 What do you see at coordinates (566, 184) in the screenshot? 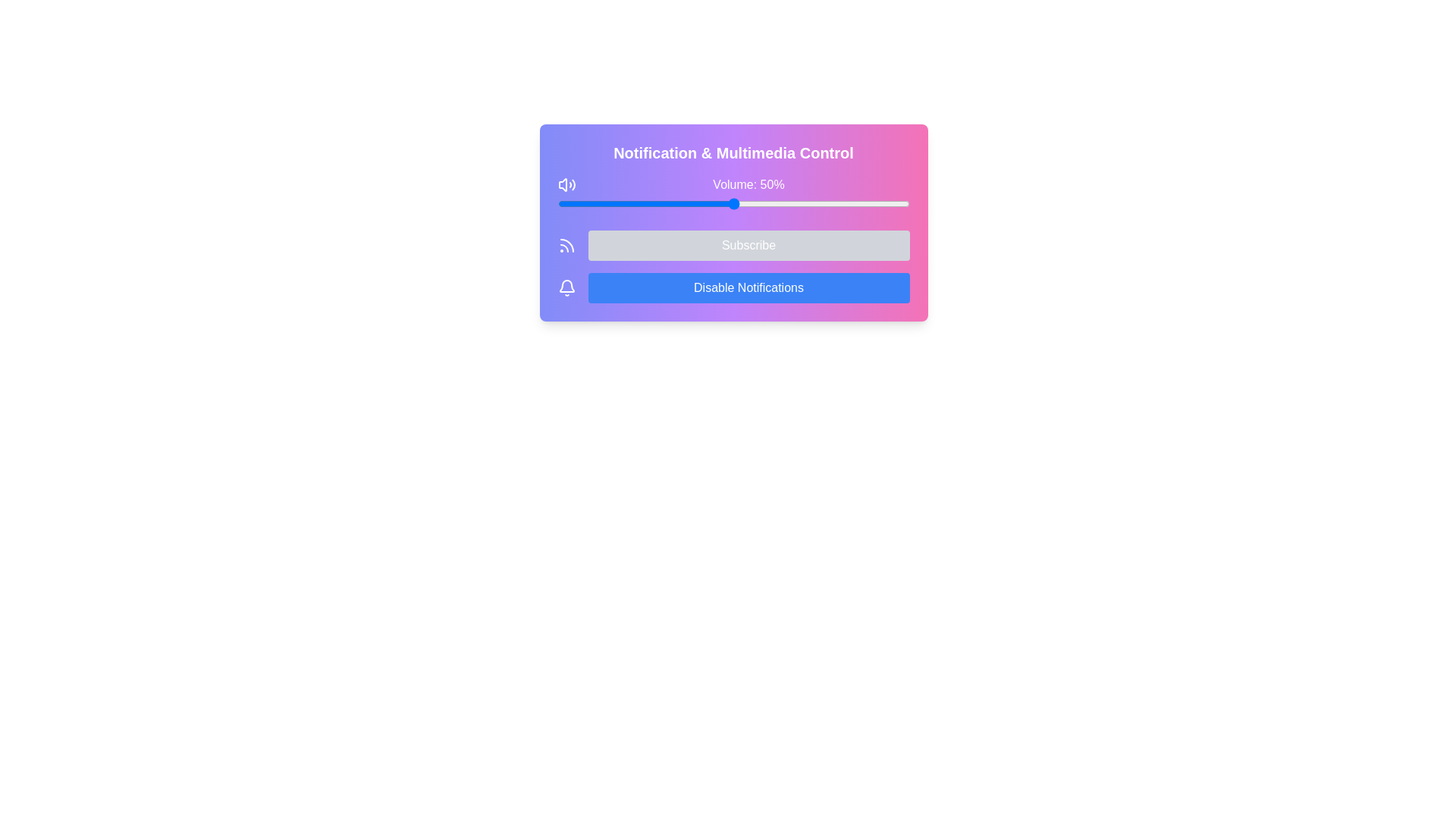
I see `the volume icon located in the top-left corner of the volume section, next to the text 'Volume: 50%'` at bounding box center [566, 184].